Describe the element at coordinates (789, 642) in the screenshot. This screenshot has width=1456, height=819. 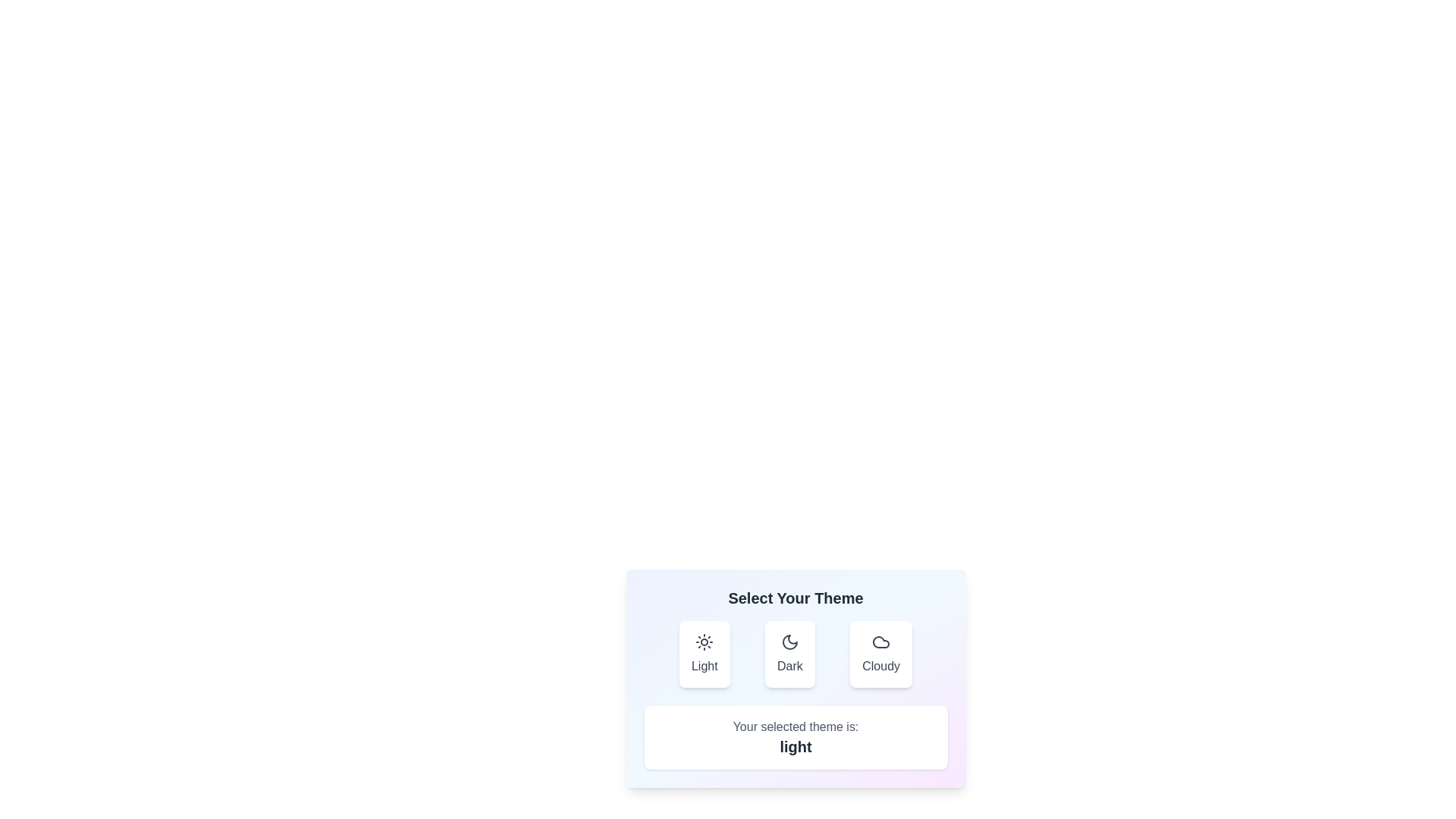
I see `the 'Dark' theme card located in the centered card group labeled 'Select Your Theme'` at that location.